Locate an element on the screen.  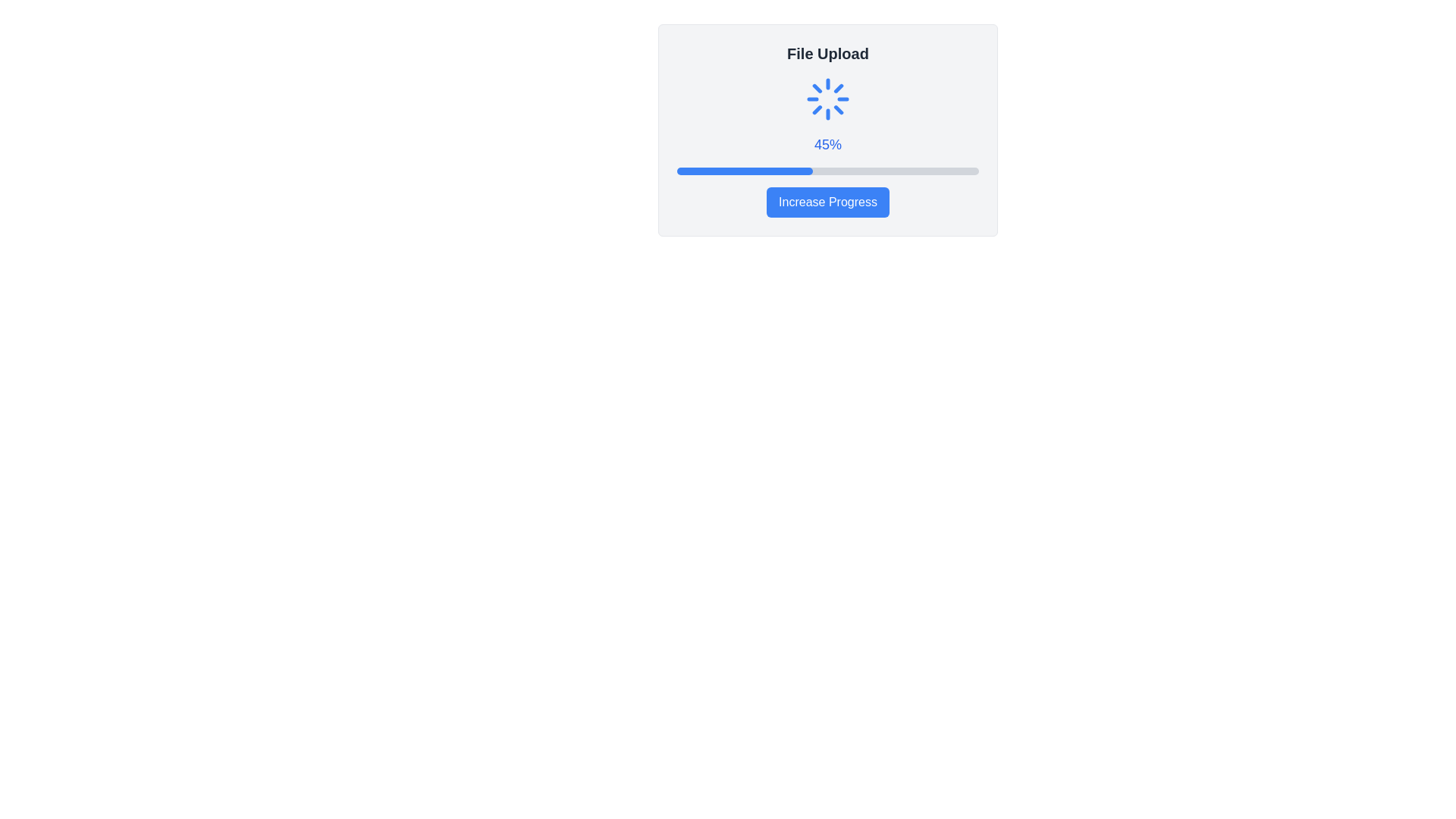
the first segment of the blue progress bar, which is rounded at the edges and represents approximately 45% of the total bar length, located centrally under a label and spinner within a card layout is located at coordinates (745, 171).